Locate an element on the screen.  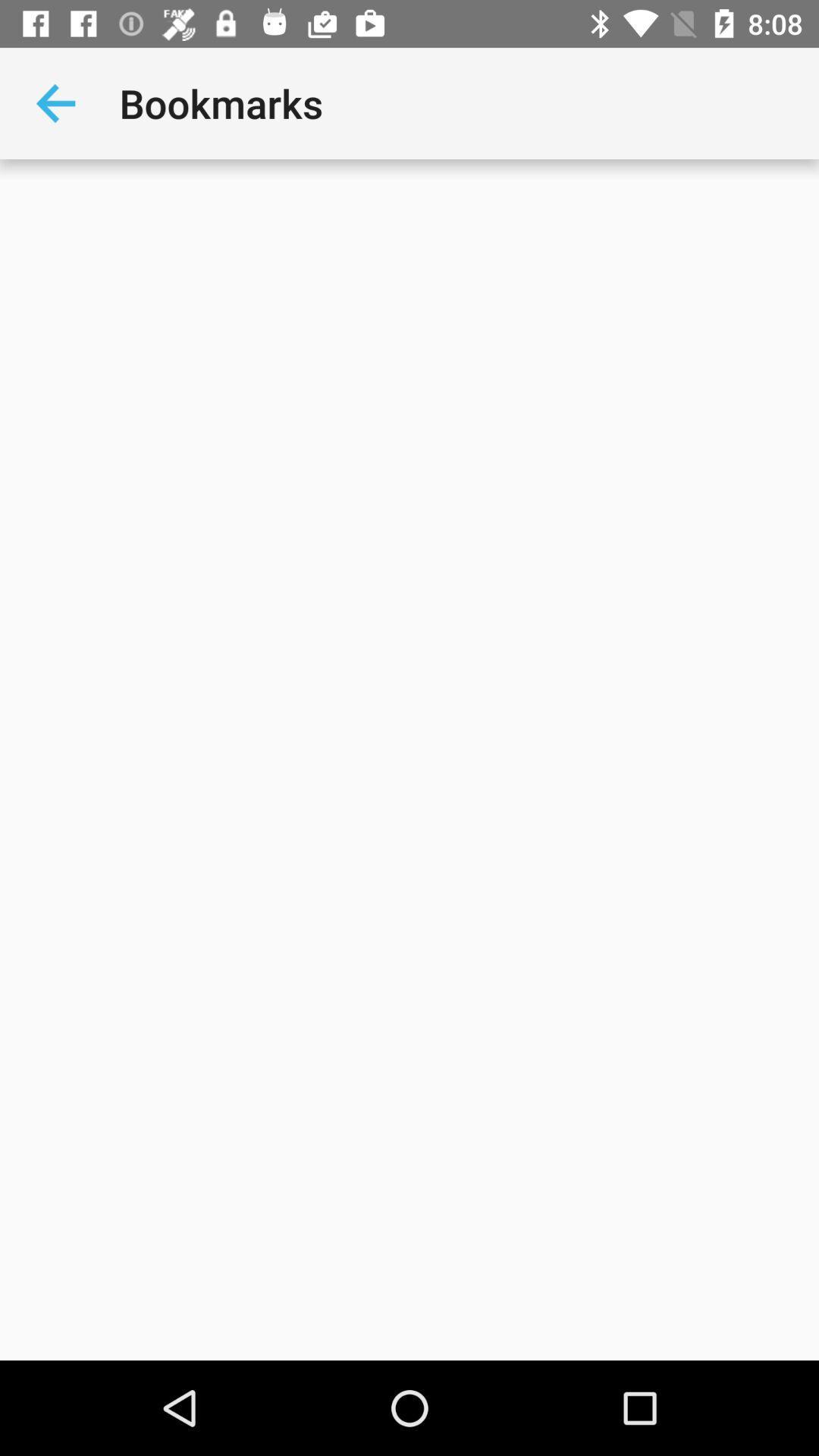
the item next to the bookmarks is located at coordinates (55, 102).